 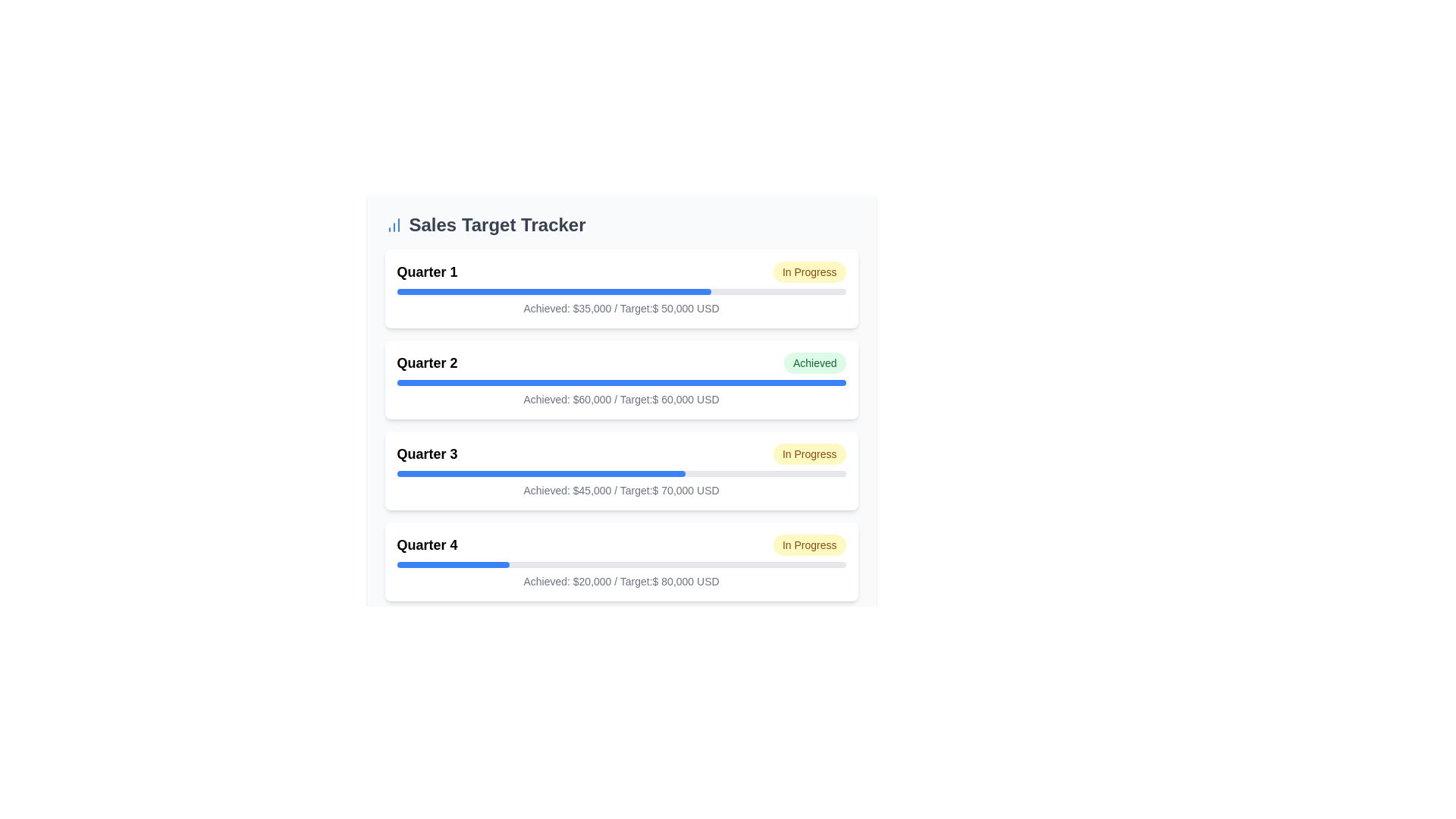 I want to click on displayed information from the progress tracking card for 'Quarter 3', which is the third card from the top in the dashboard layout, so click(x=621, y=470).